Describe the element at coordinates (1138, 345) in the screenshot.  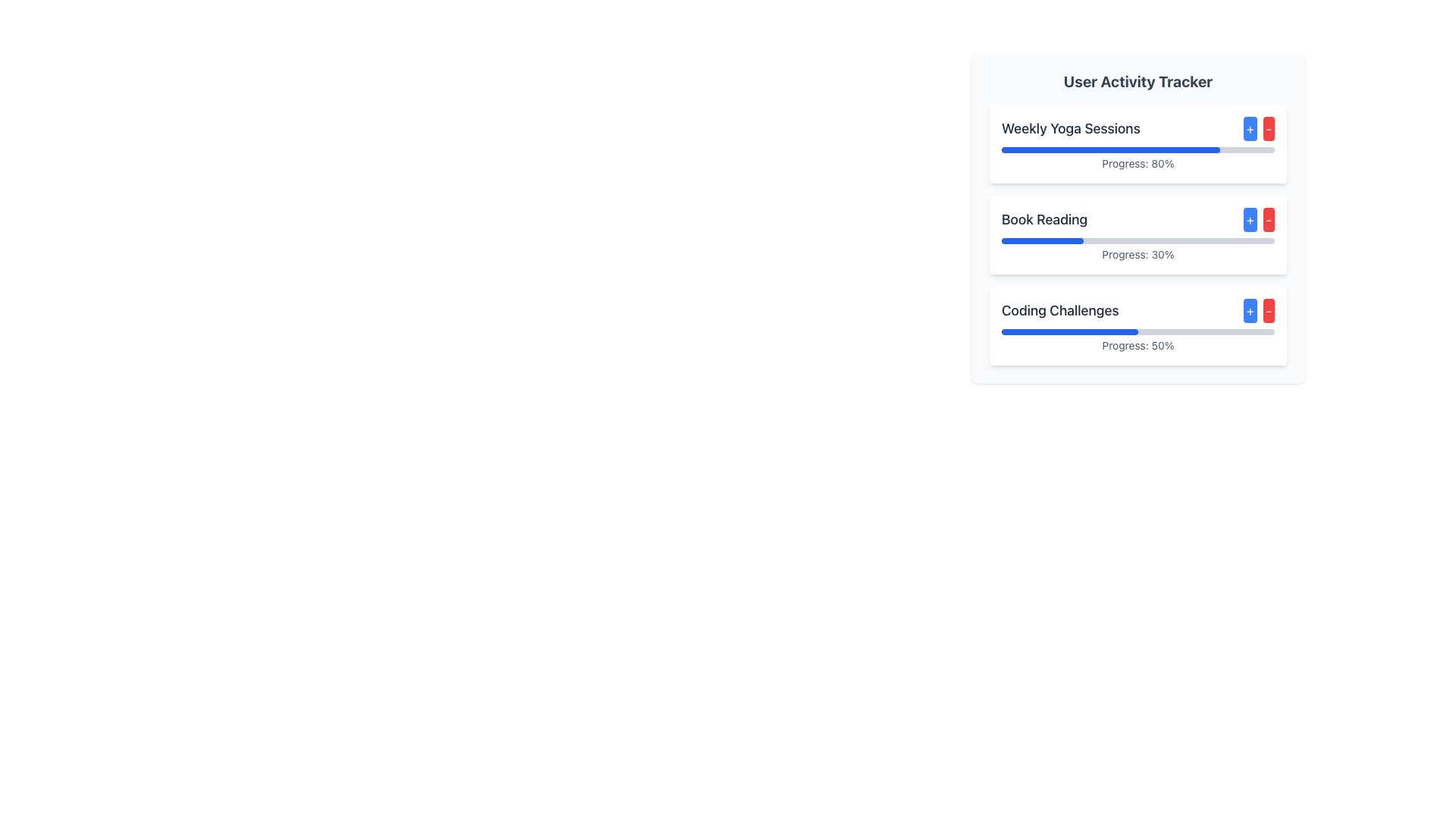
I see `the Text Label that provides progress status feedback located at the bottom center of the 'Coding Challenges' card` at that location.